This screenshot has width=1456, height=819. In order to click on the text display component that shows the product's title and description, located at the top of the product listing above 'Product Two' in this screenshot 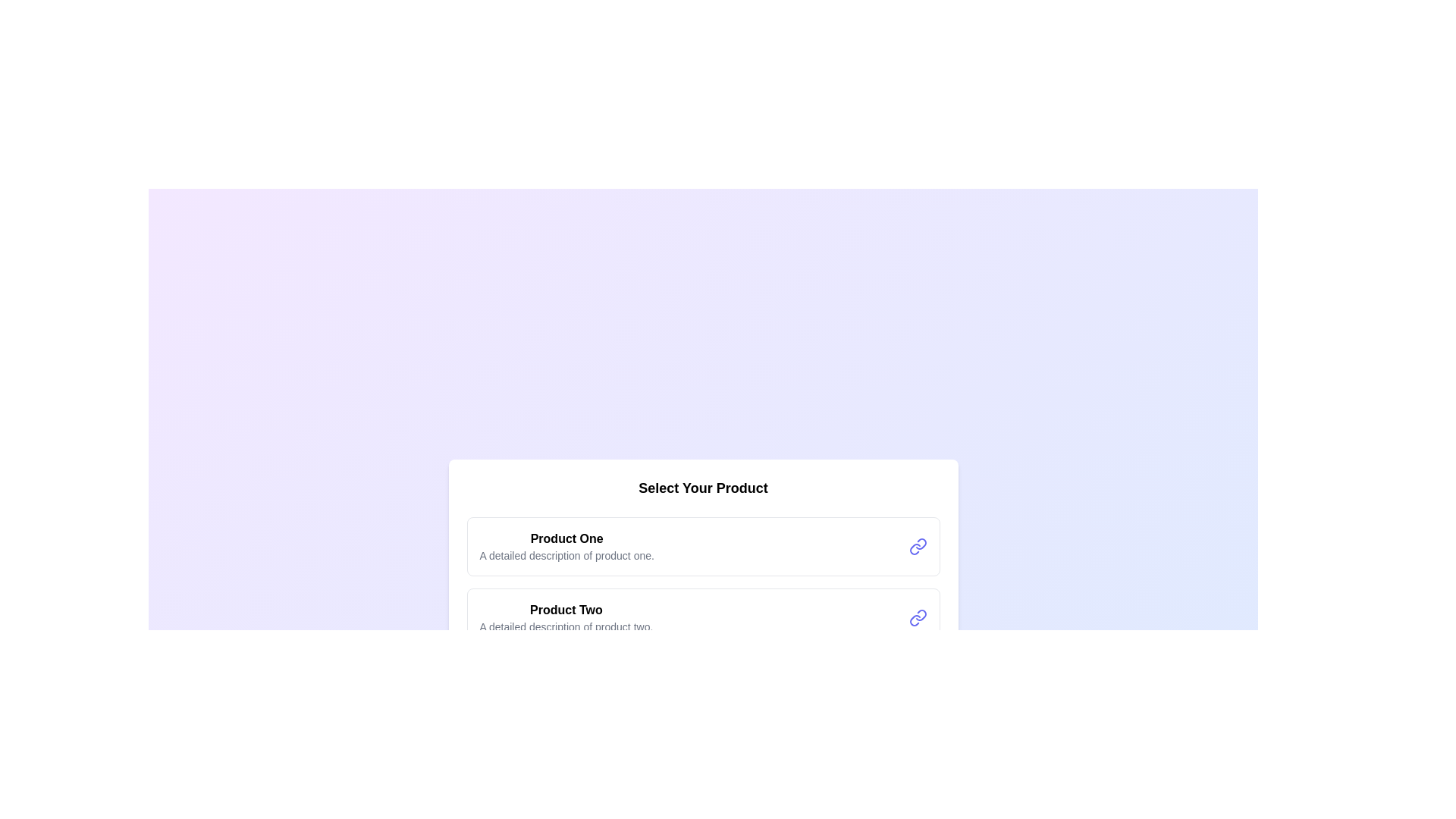, I will do `click(566, 547)`.